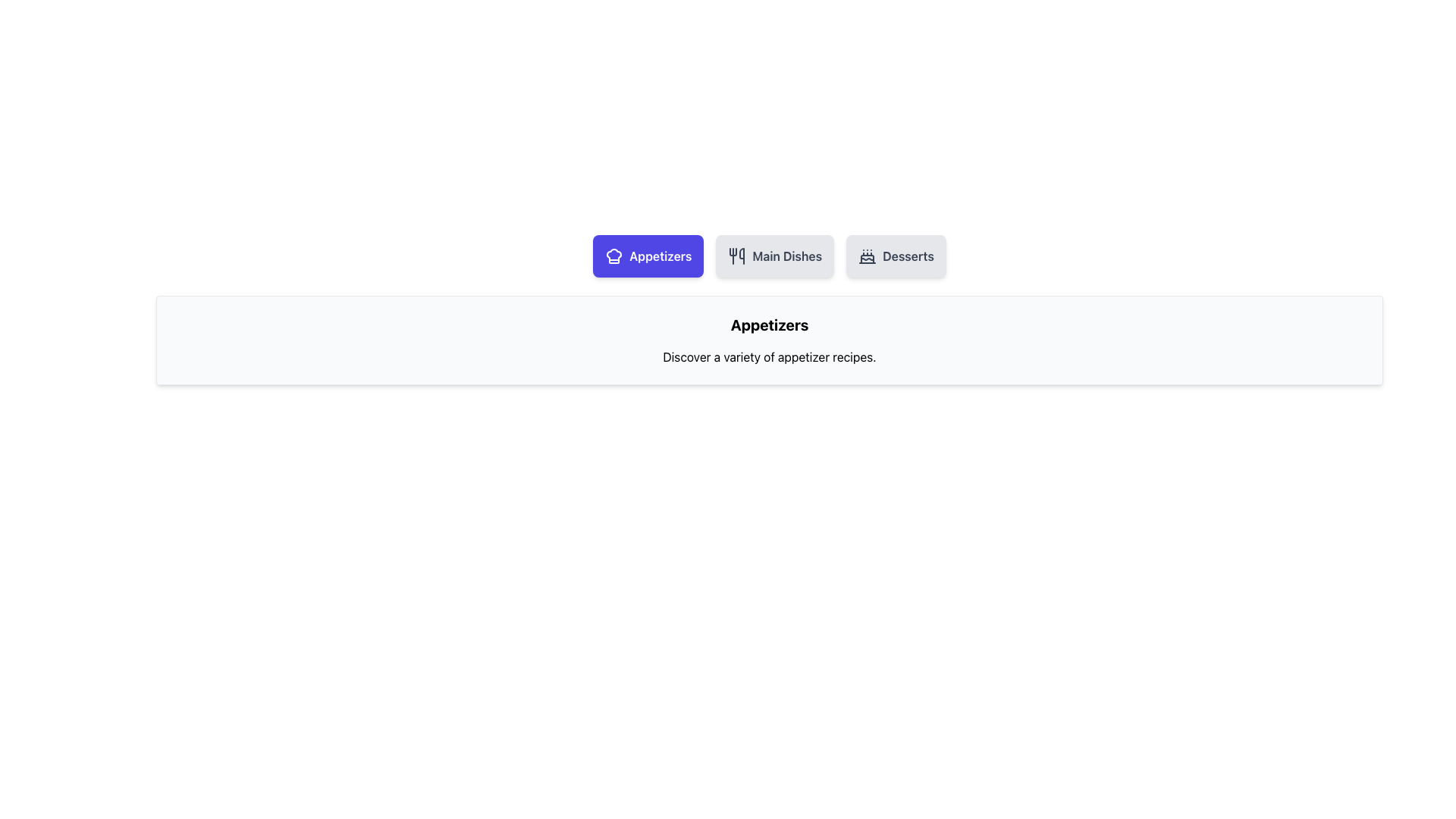 The width and height of the screenshot is (1456, 819). What do you see at coordinates (661, 256) in the screenshot?
I see `the 'Appetizers' text label that indicates its purpose as part of the navigation bar, positioned between the chef hat icon and other menu items` at bounding box center [661, 256].